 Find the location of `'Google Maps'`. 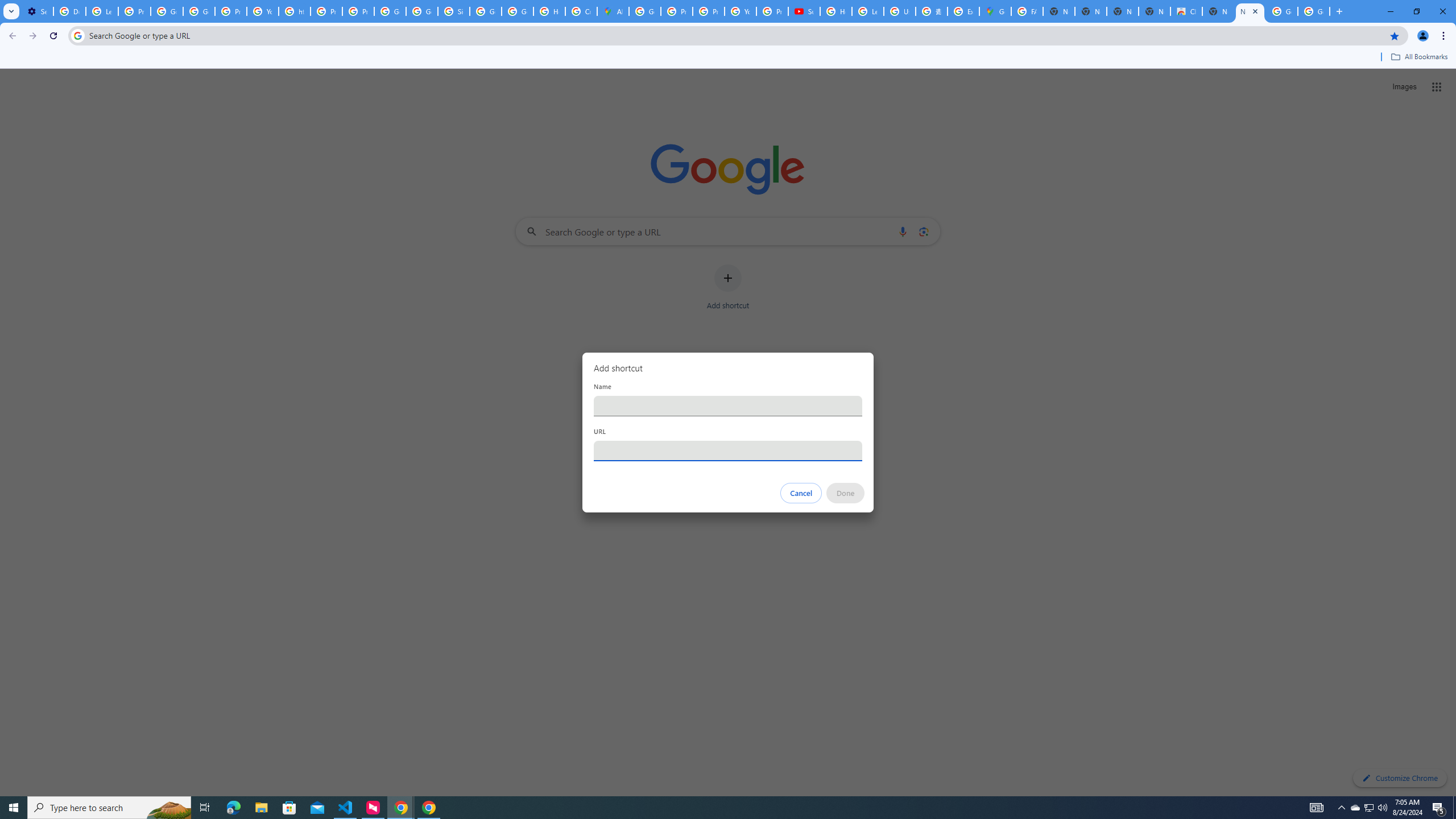

'Google Maps' is located at coordinates (994, 11).